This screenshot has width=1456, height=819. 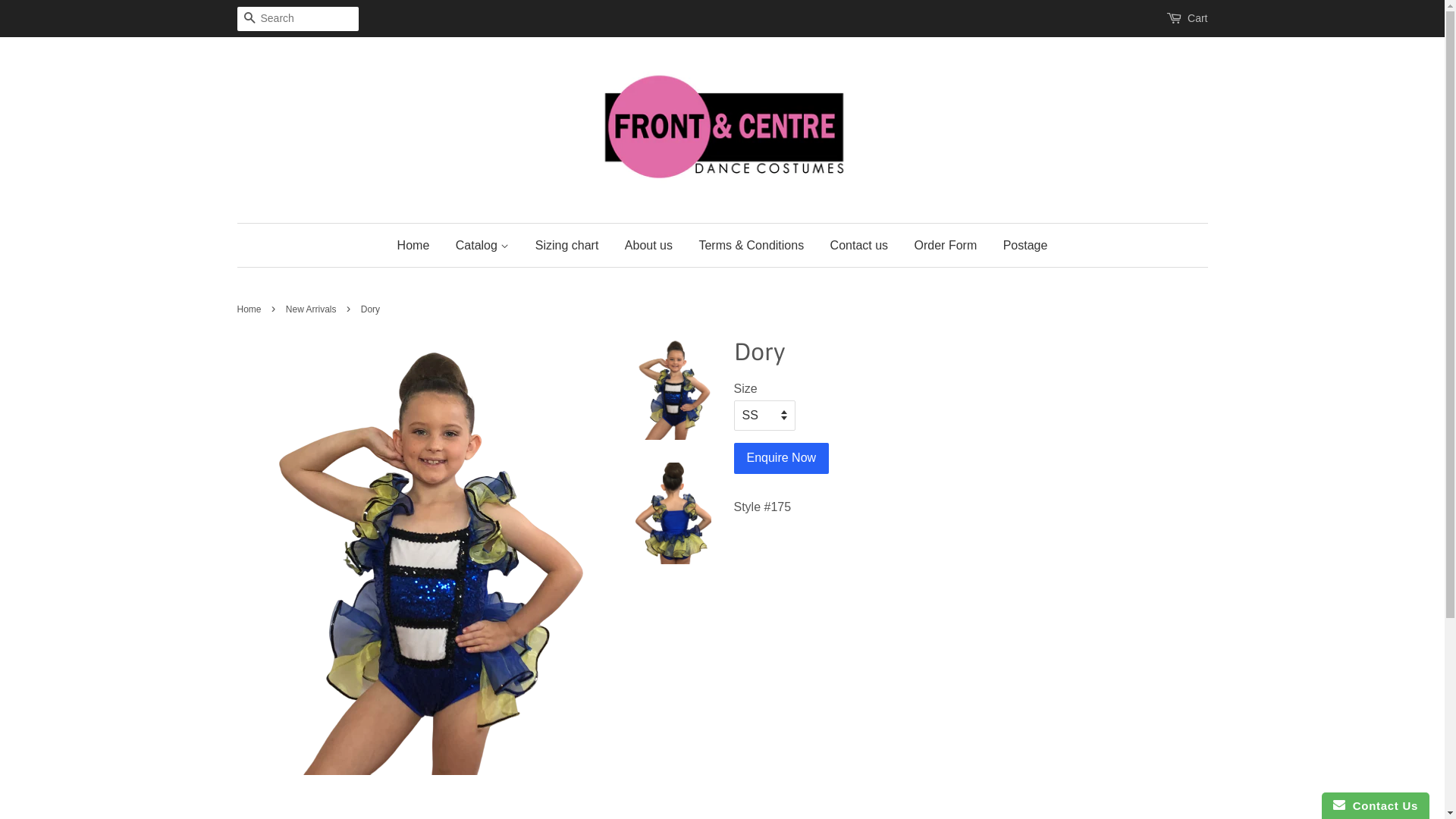 I want to click on 'Home', so click(x=419, y=244).